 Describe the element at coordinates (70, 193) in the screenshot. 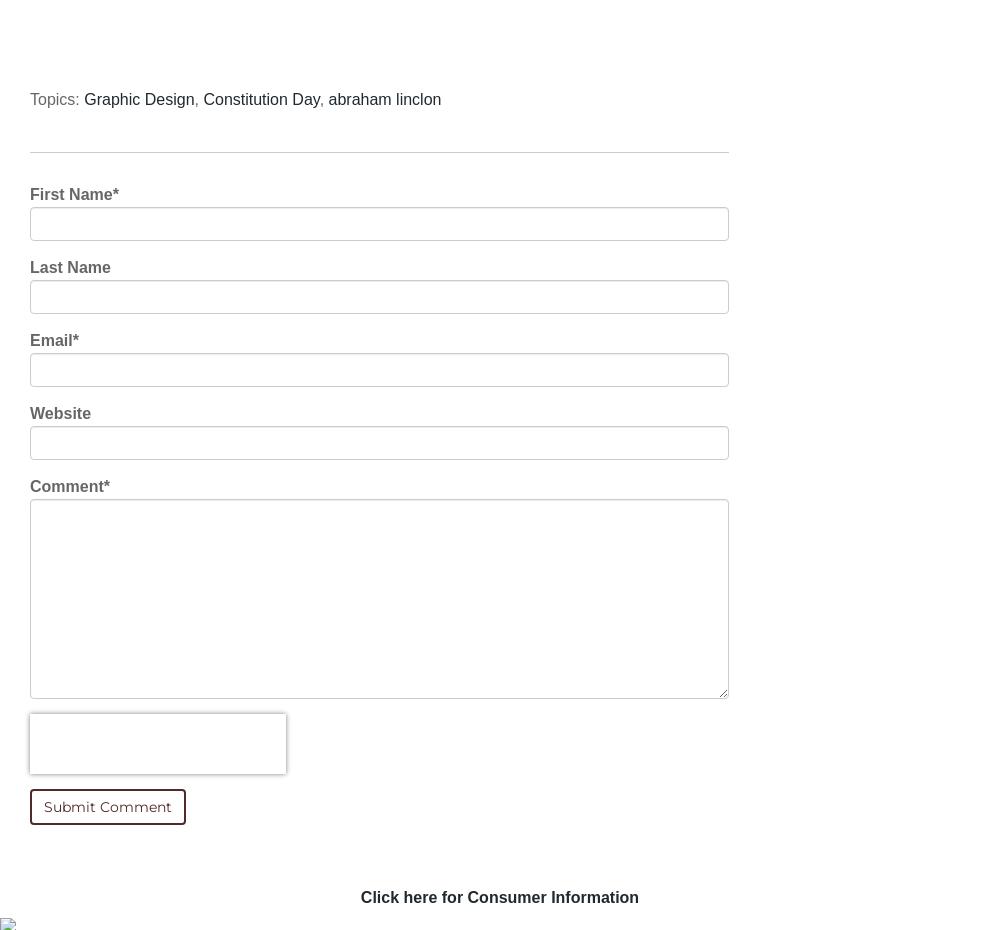

I see `'First Name'` at that location.